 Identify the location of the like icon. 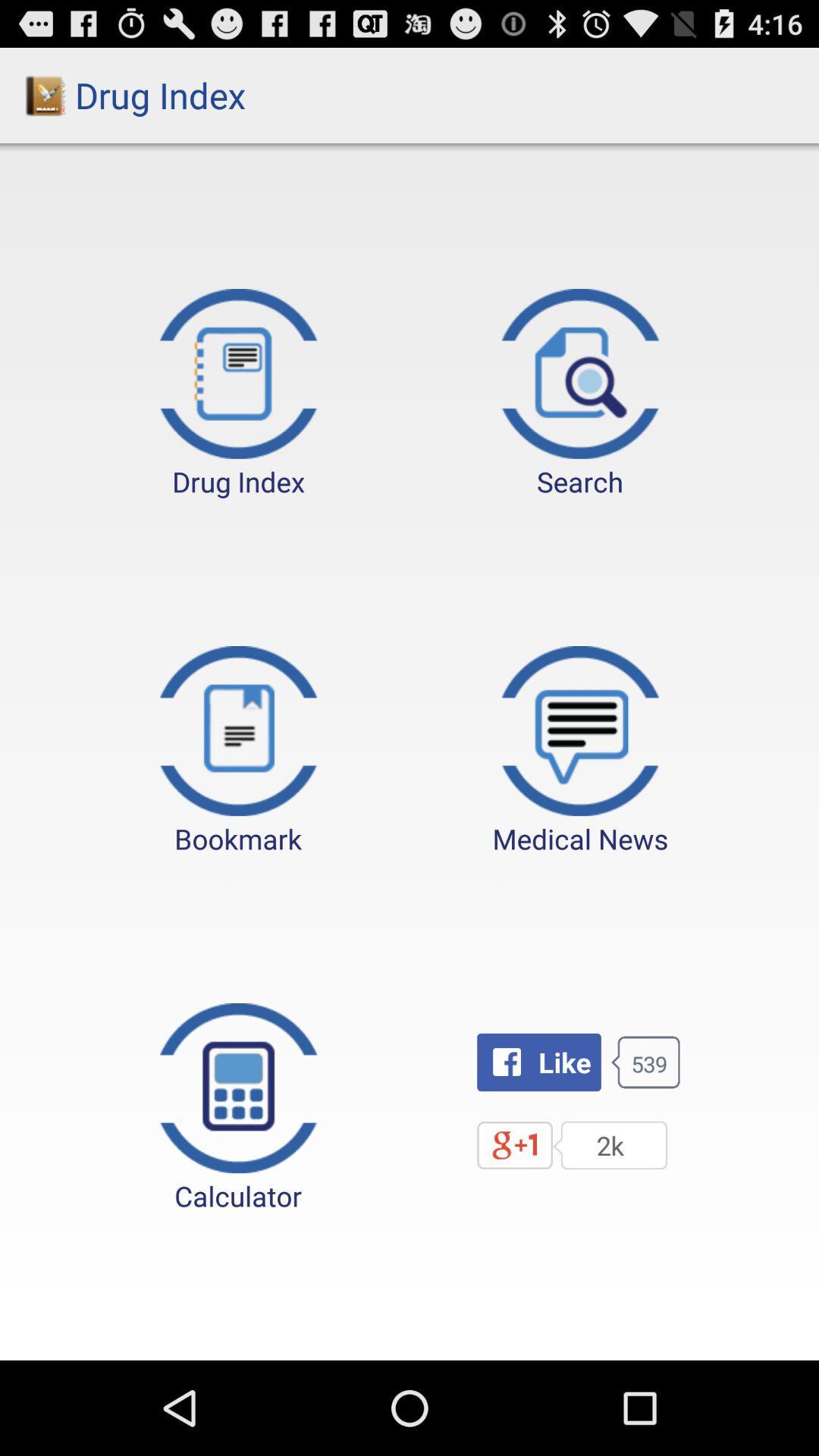
(538, 1062).